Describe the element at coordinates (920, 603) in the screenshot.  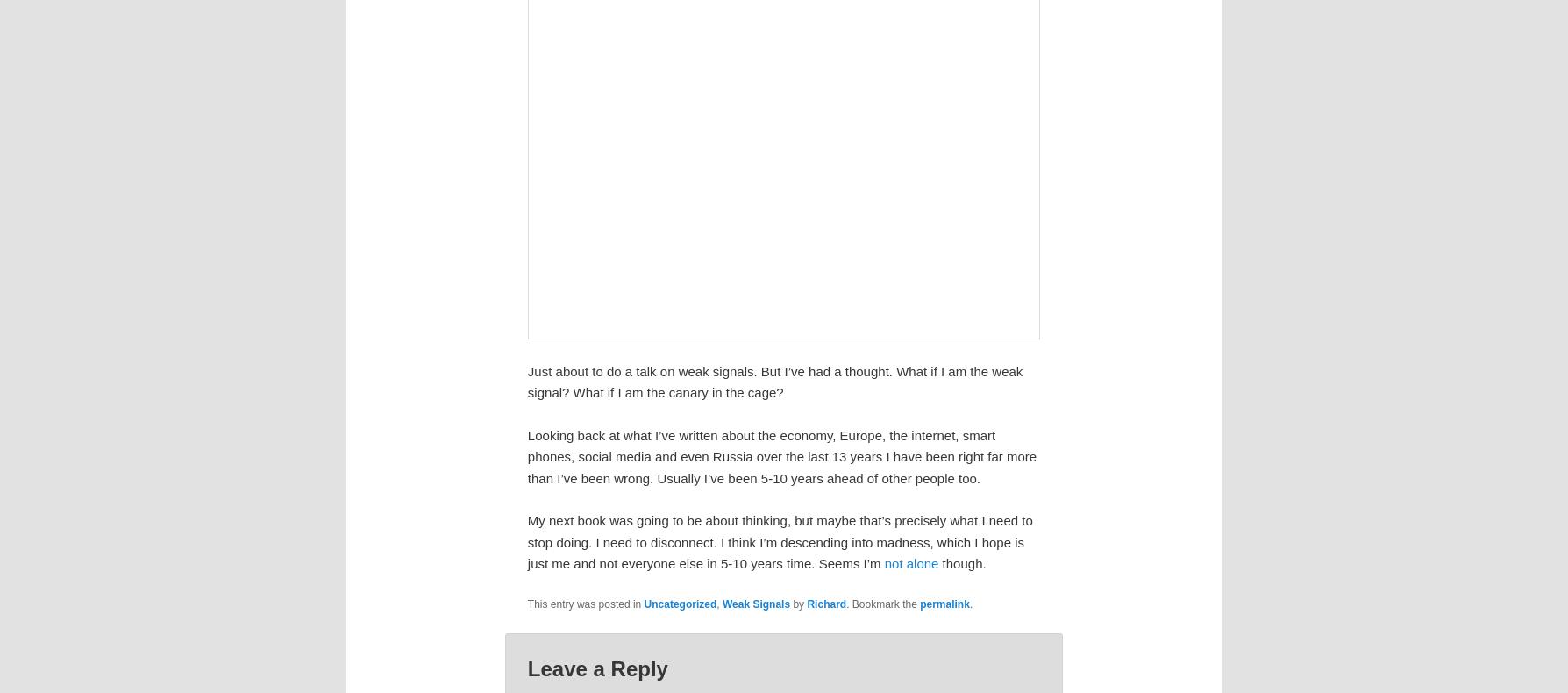
I see `'permalink'` at that location.